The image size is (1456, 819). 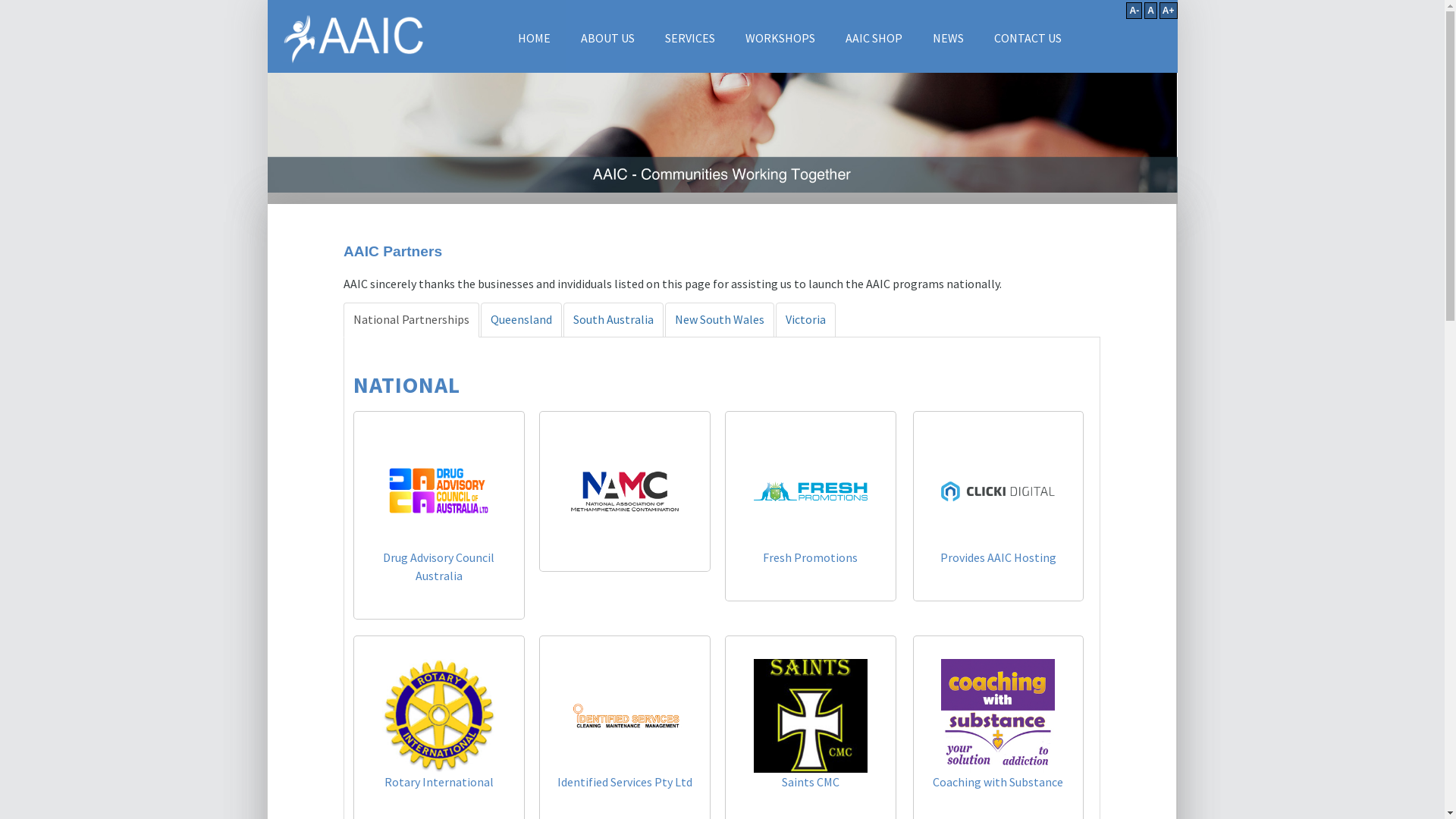 I want to click on 'ABOUT US', so click(x=572, y=37).